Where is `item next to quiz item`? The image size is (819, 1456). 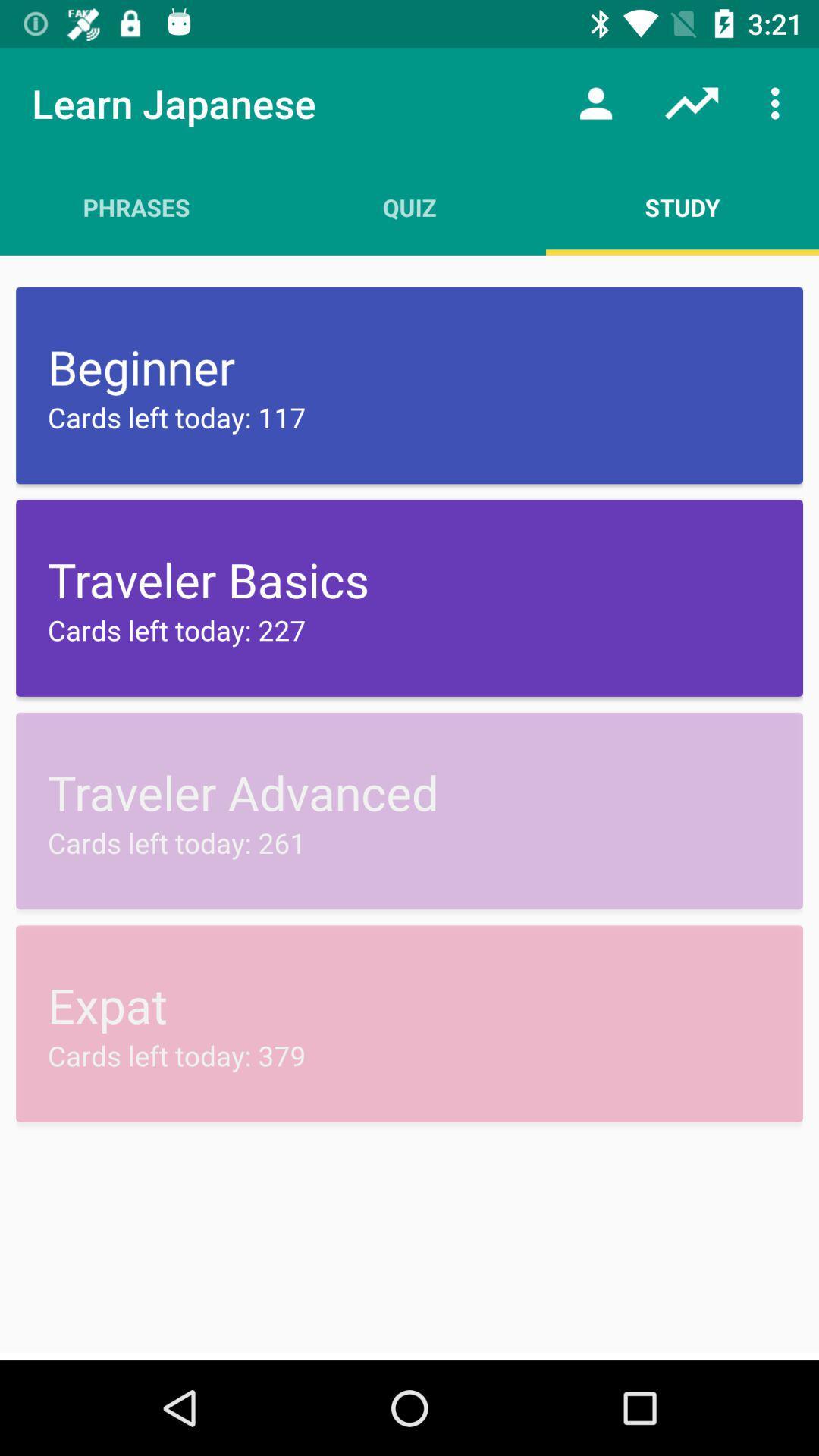 item next to quiz item is located at coordinates (681, 206).